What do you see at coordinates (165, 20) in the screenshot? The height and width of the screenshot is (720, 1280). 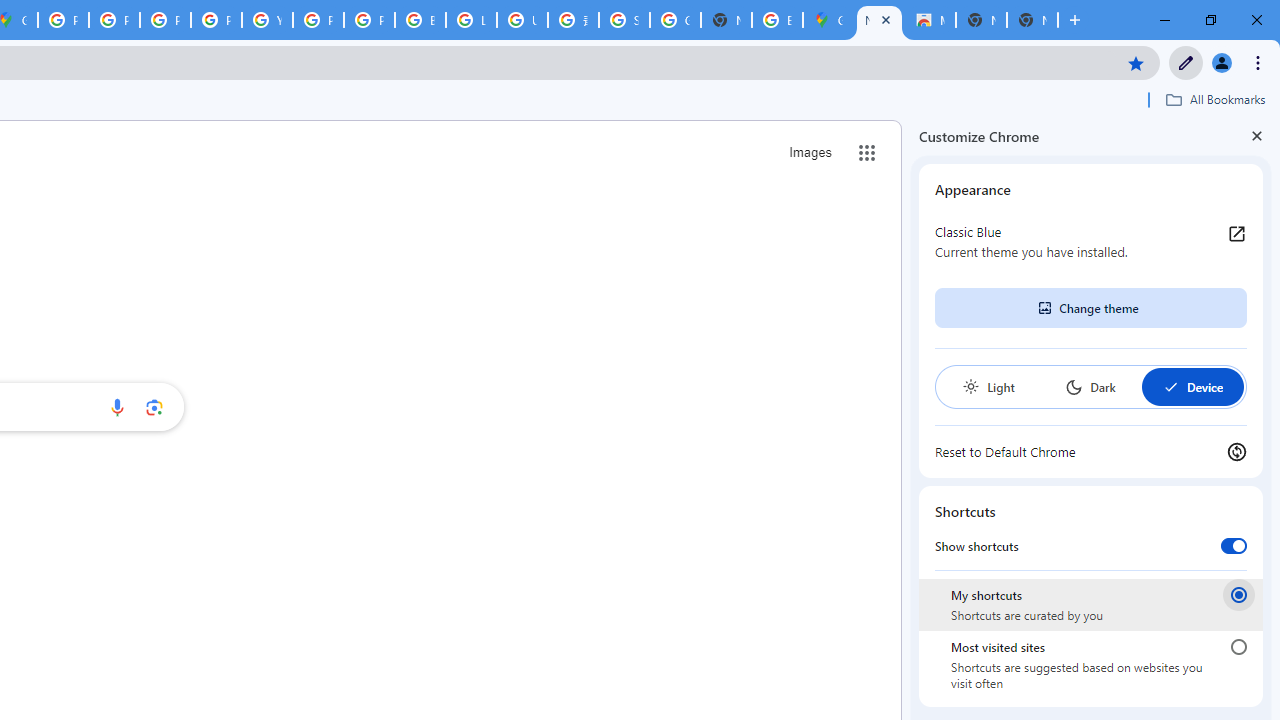 I see `'Privacy Help Center - Policies Help'` at bounding box center [165, 20].